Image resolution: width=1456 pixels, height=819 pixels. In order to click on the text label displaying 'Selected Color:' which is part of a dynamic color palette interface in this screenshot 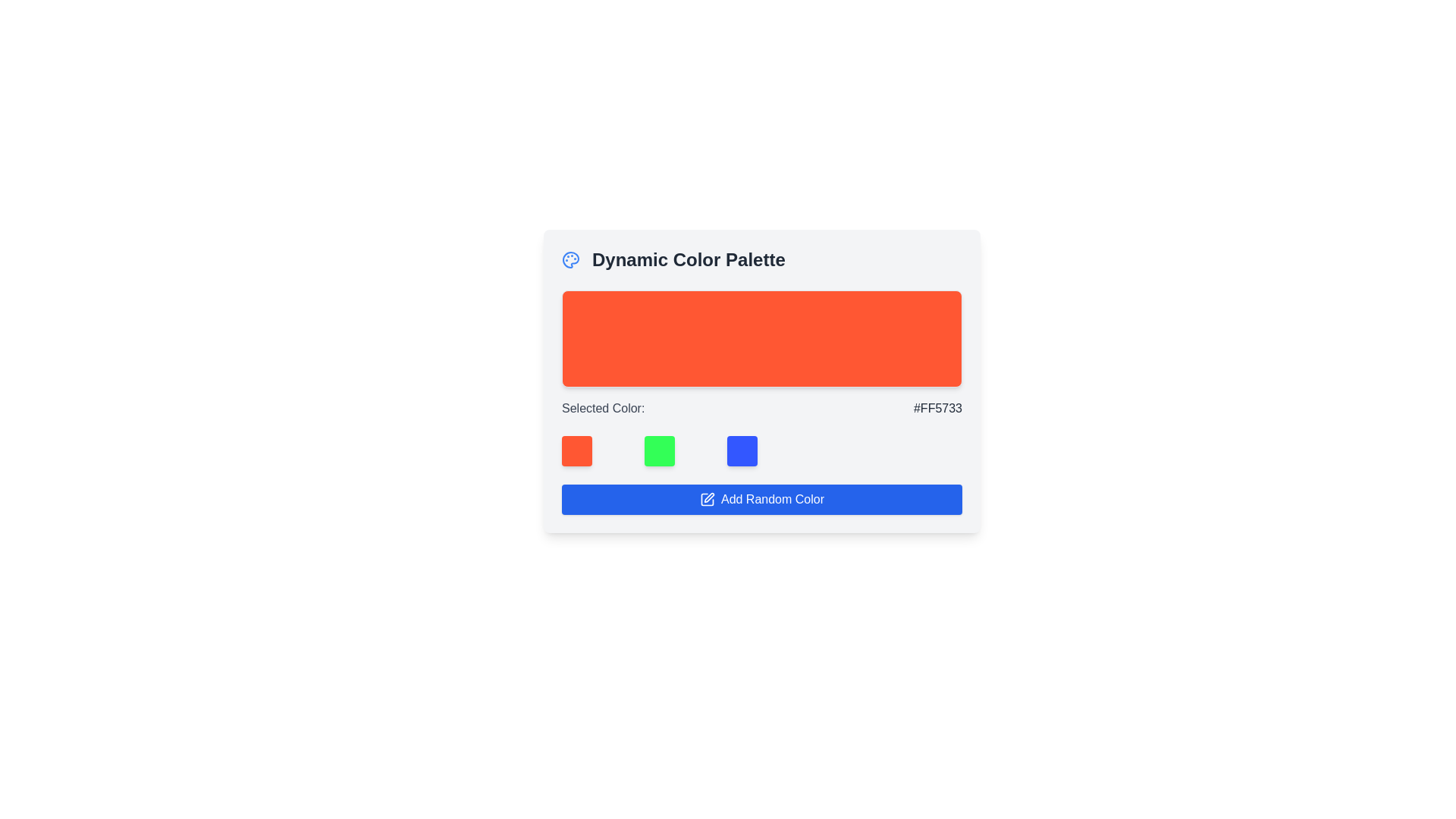, I will do `click(602, 408)`.